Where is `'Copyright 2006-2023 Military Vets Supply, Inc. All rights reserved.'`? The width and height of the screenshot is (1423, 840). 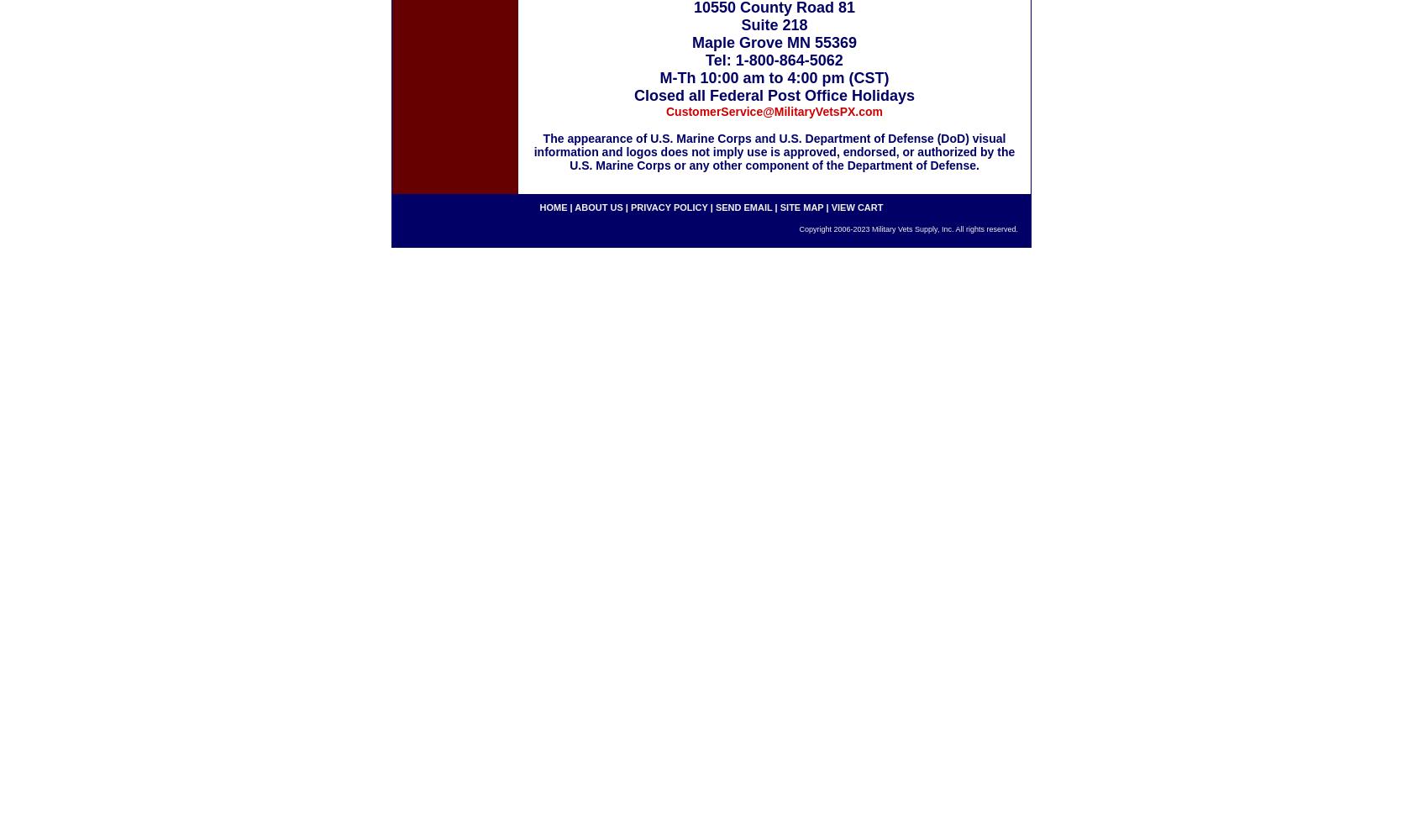 'Copyright 2006-2023 Military Vets Supply, Inc. All rights reserved.' is located at coordinates (908, 229).